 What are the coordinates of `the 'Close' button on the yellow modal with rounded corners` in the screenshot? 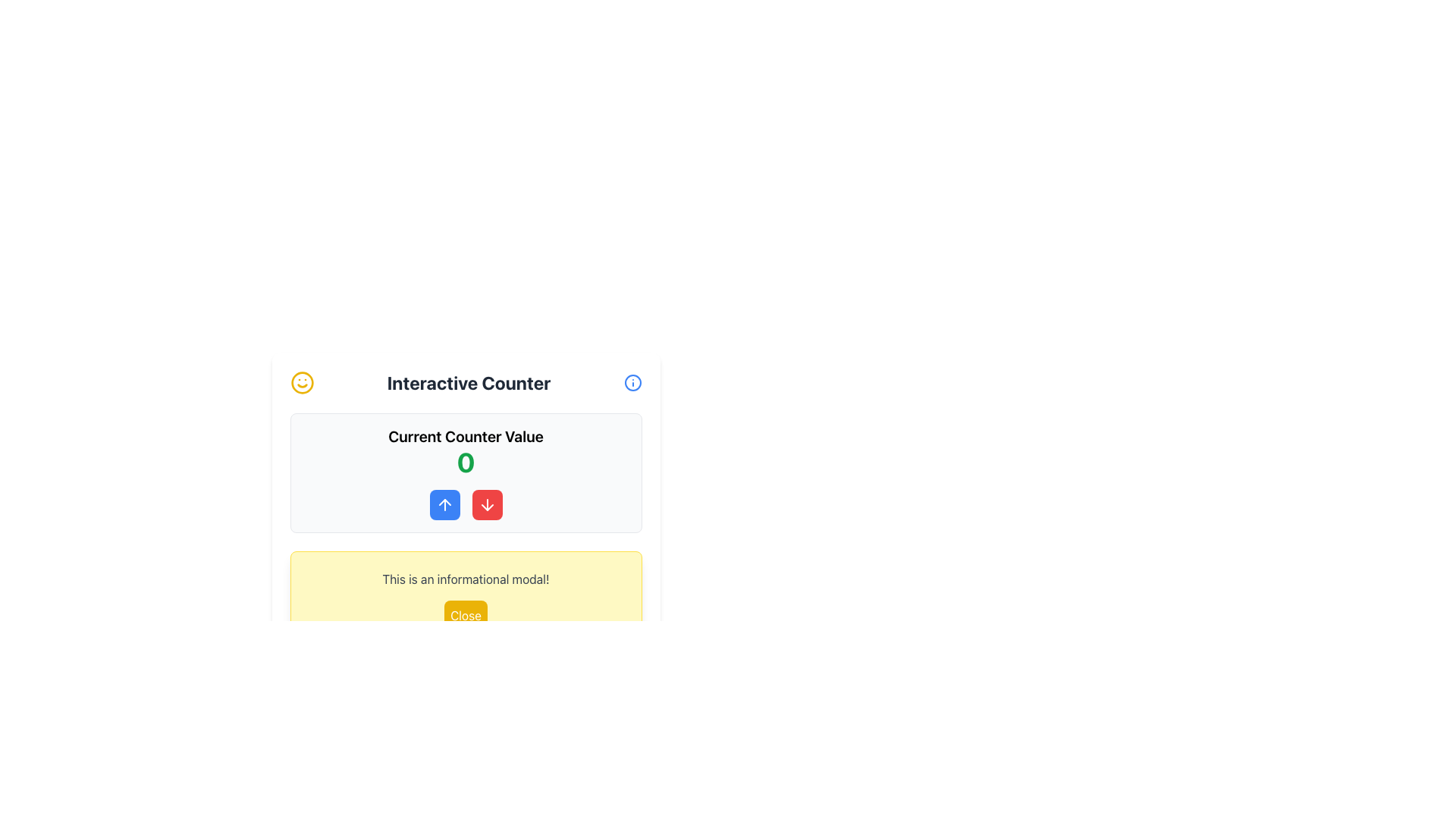 It's located at (465, 599).